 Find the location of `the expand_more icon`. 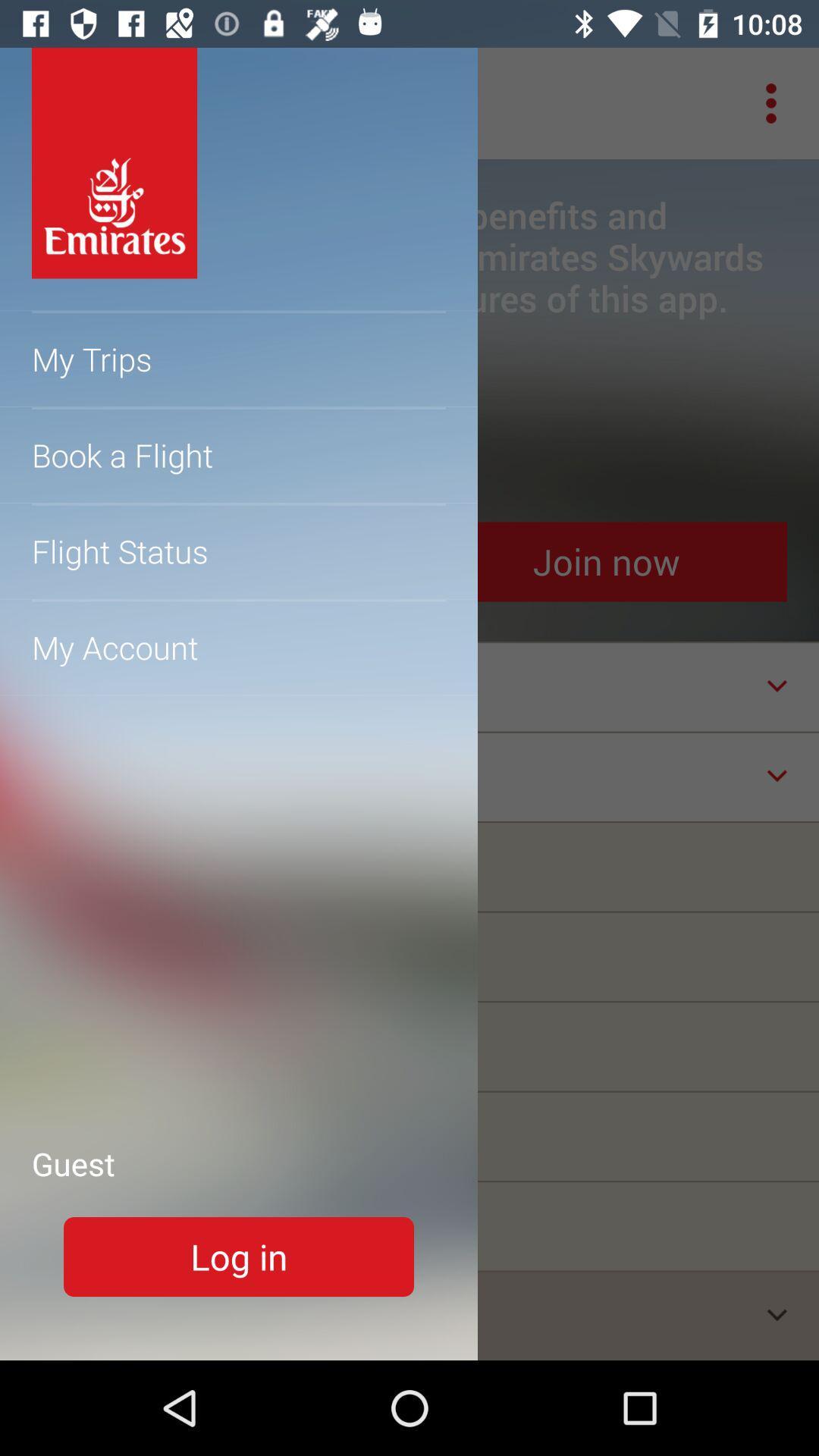

the expand_more icon is located at coordinates (777, 685).